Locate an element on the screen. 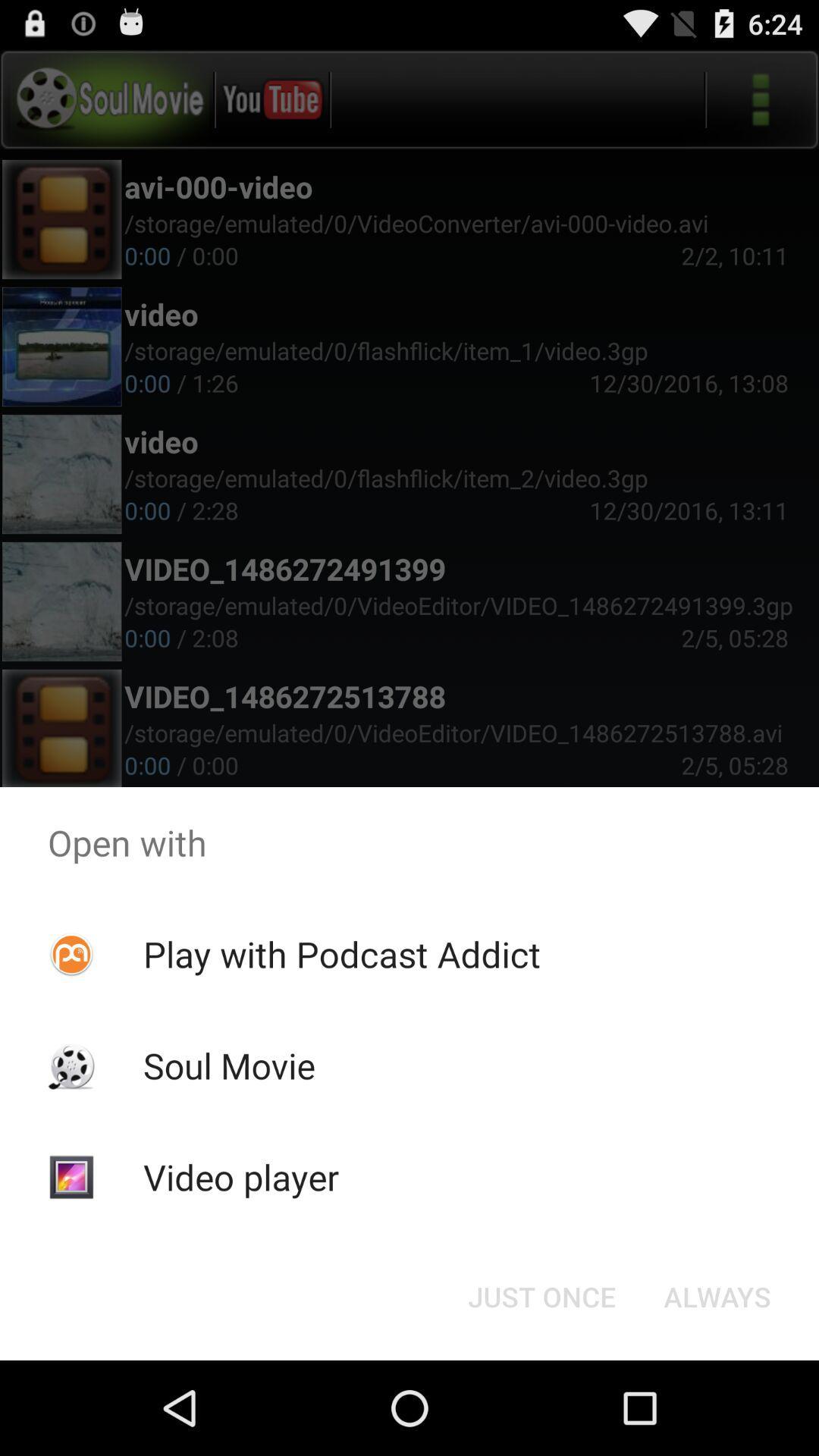 This screenshot has height=1456, width=819. video player is located at coordinates (240, 1176).